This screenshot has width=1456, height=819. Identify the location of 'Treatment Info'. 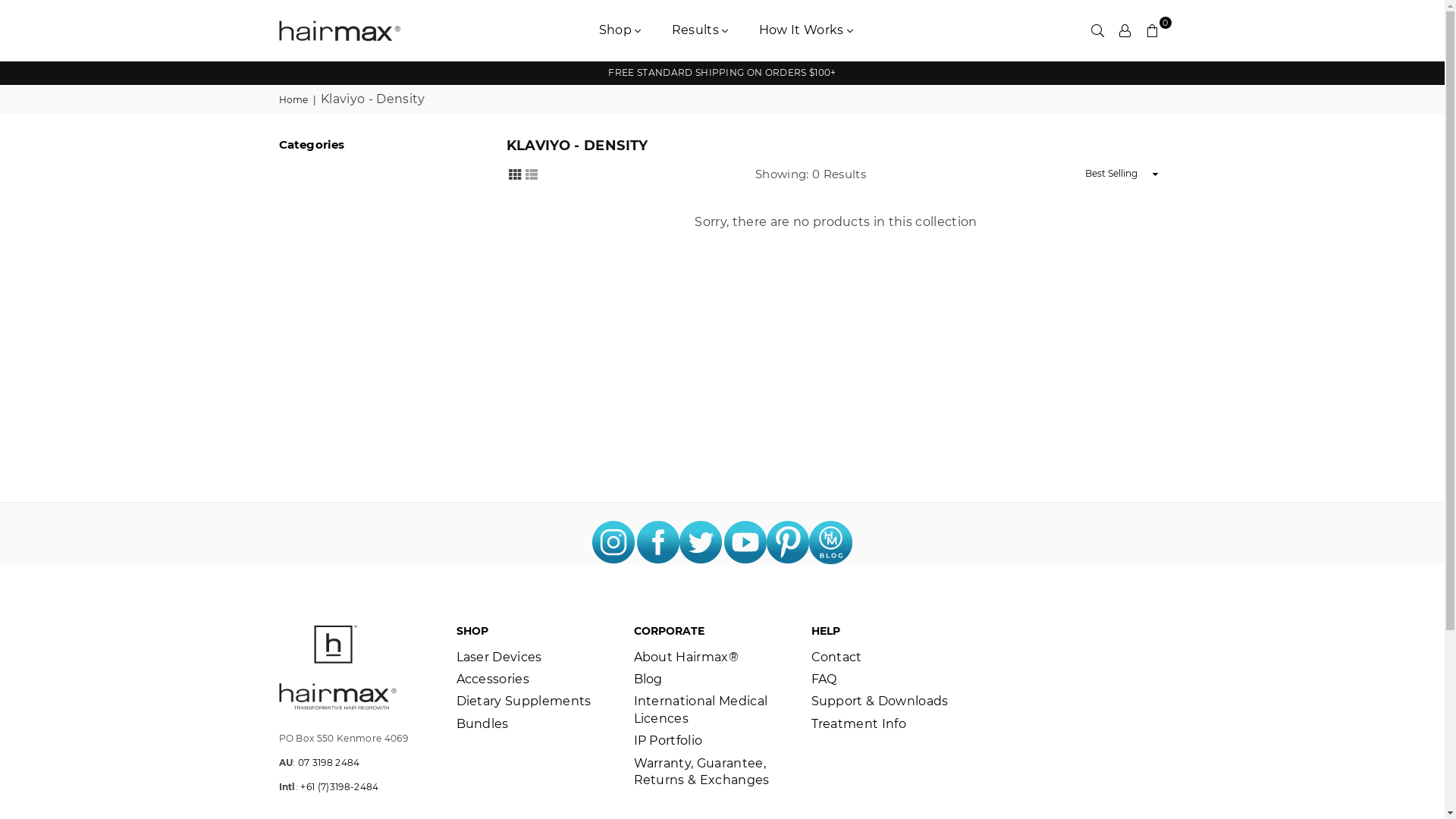
(811, 723).